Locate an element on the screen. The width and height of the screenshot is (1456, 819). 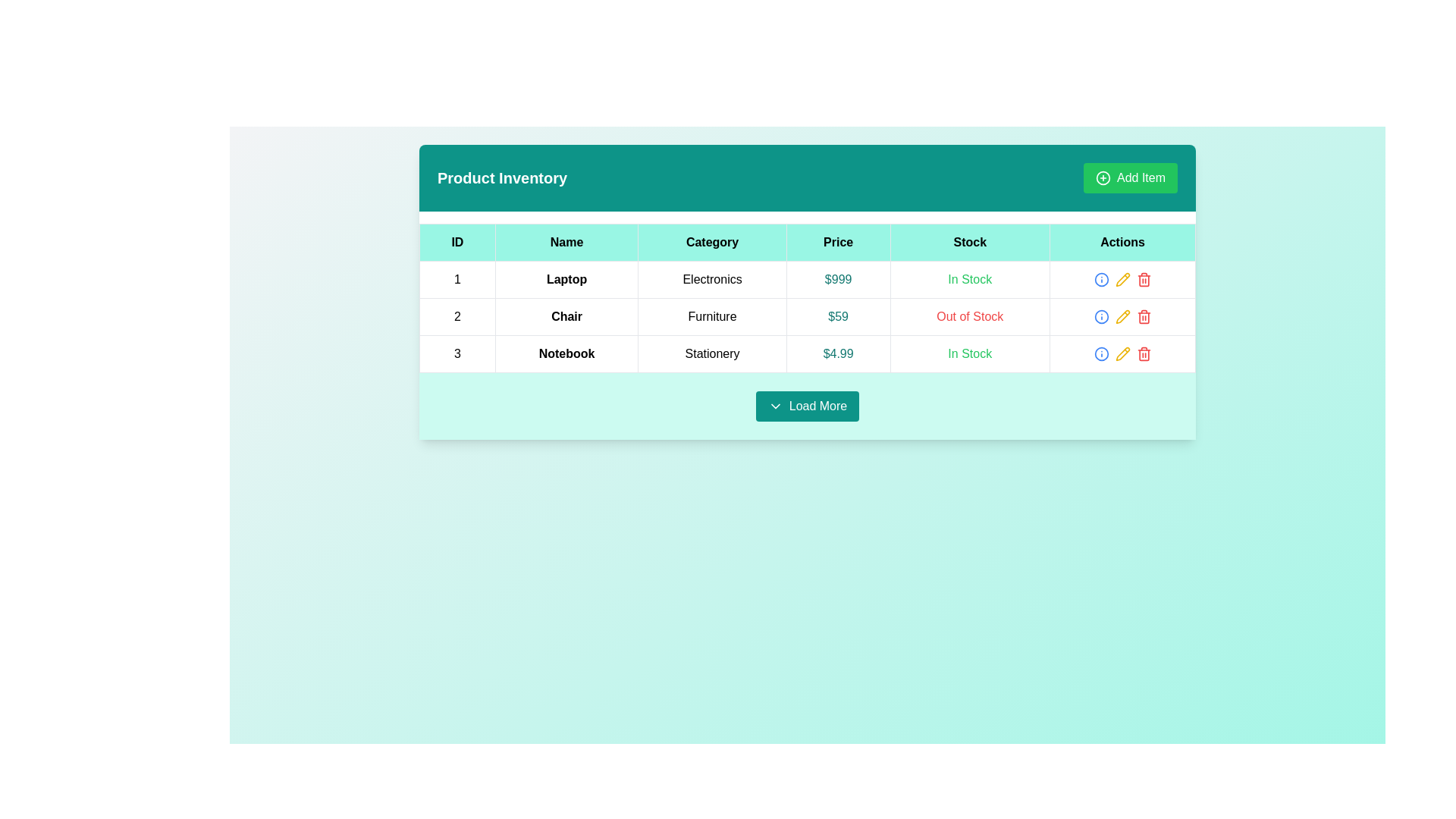
the 'Category' table header cell, which is the third header in a table row styled in bold black font on a light green background is located at coordinates (711, 242).